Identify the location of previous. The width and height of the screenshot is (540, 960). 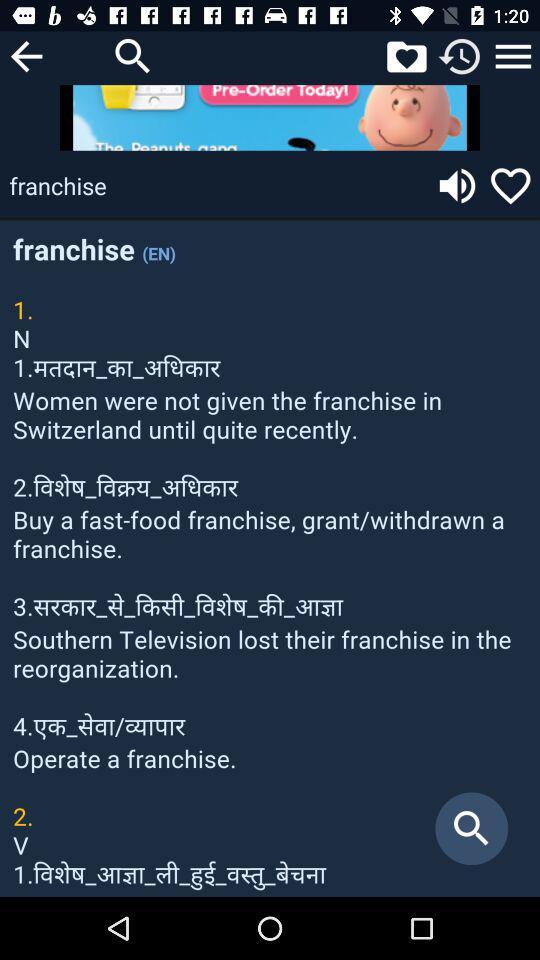
(25, 55).